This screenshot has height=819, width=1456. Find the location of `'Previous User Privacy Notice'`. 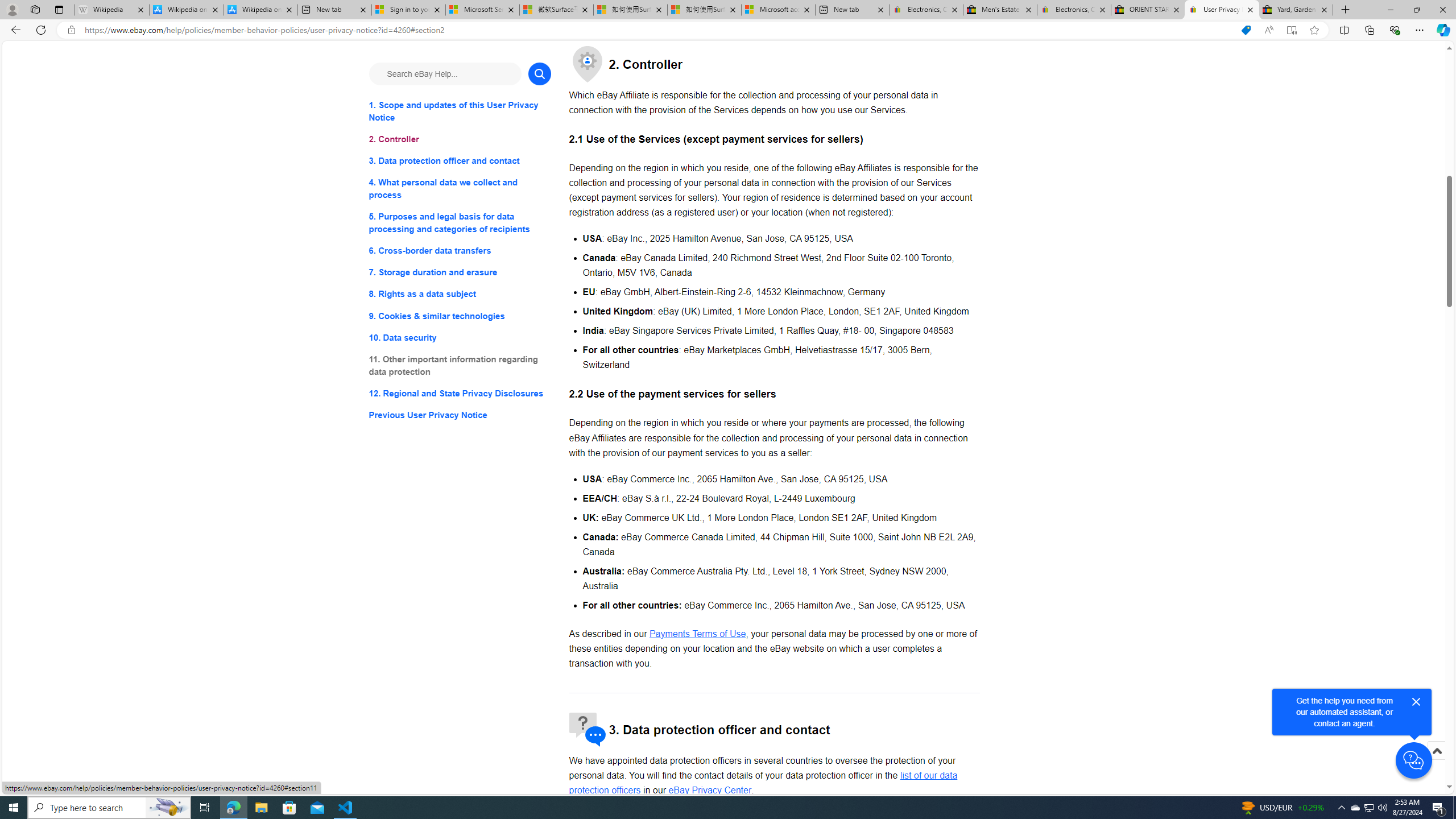

'Previous User Privacy Notice' is located at coordinates (459, 415).